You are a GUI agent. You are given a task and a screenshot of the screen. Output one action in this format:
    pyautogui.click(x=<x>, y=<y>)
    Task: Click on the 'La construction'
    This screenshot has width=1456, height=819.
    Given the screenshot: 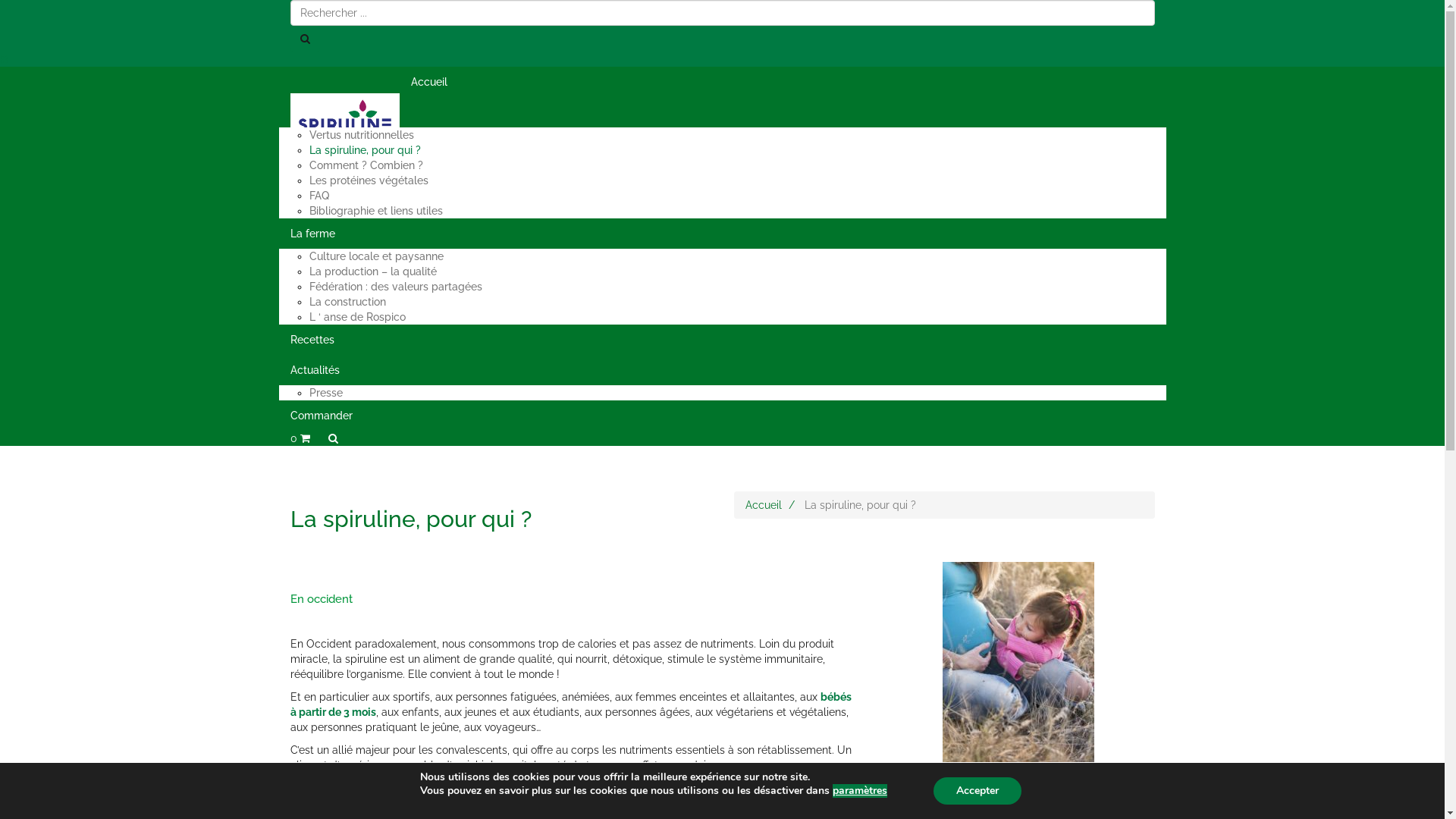 What is the action you would take?
    pyautogui.click(x=347, y=301)
    